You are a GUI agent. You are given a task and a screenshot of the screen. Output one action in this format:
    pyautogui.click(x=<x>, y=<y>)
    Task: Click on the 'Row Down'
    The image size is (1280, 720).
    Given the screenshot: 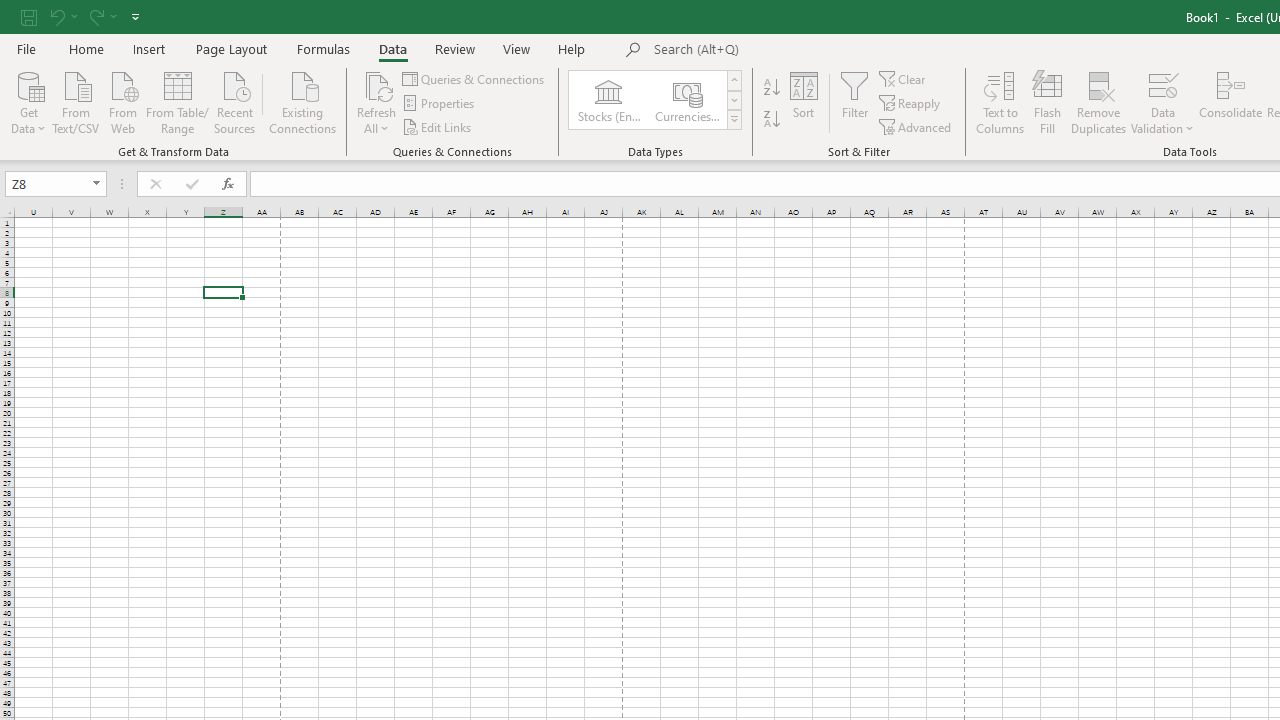 What is the action you would take?
    pyautogui.click(x=733, y=100)
    